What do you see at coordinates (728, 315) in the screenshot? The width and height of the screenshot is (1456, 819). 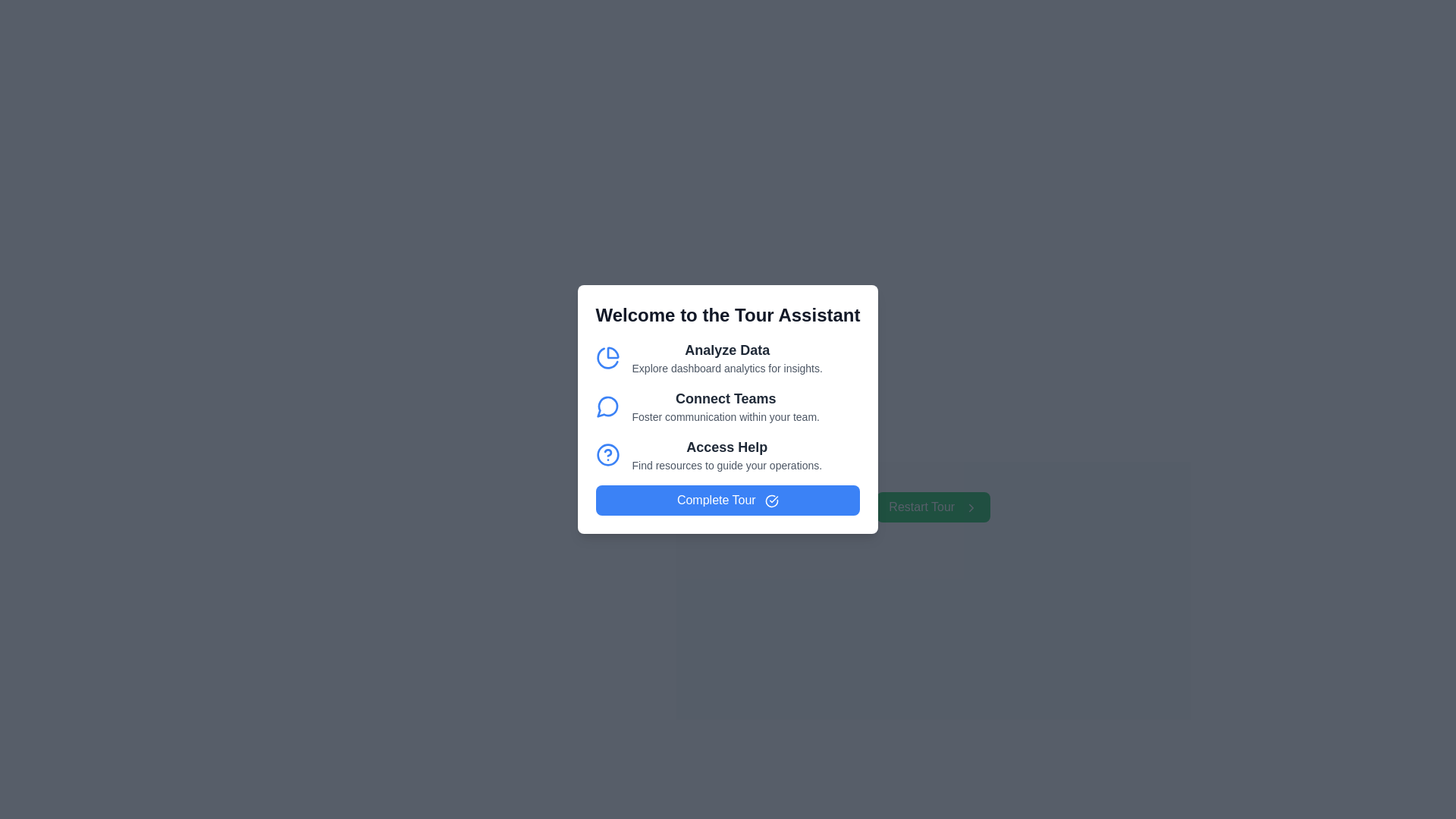 I see `the heading text located at the top of the modal dialog` at bounding box center [728, 315].